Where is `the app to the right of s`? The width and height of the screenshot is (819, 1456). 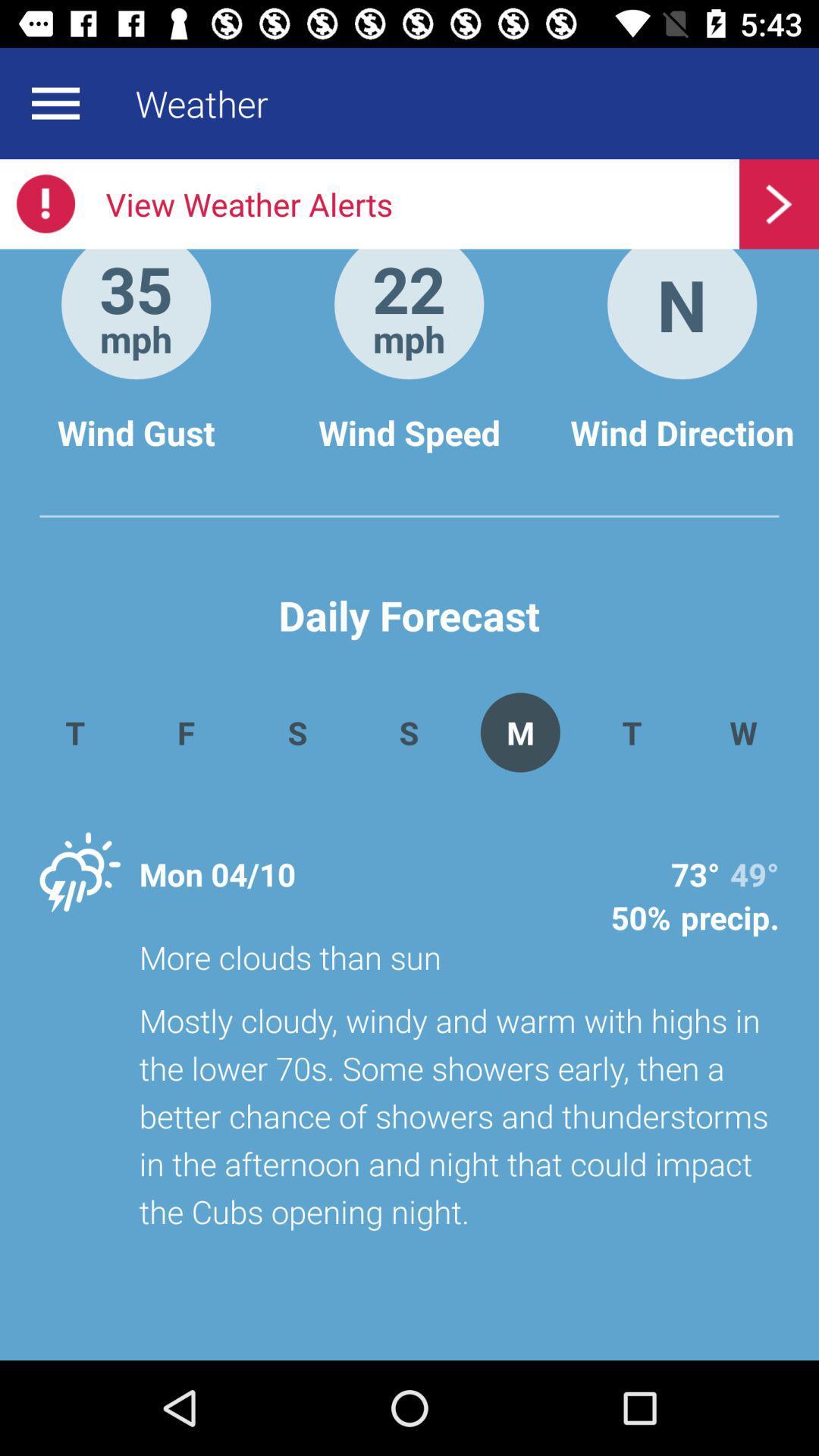
the app to the right of s is located at coordinates (519, 732).